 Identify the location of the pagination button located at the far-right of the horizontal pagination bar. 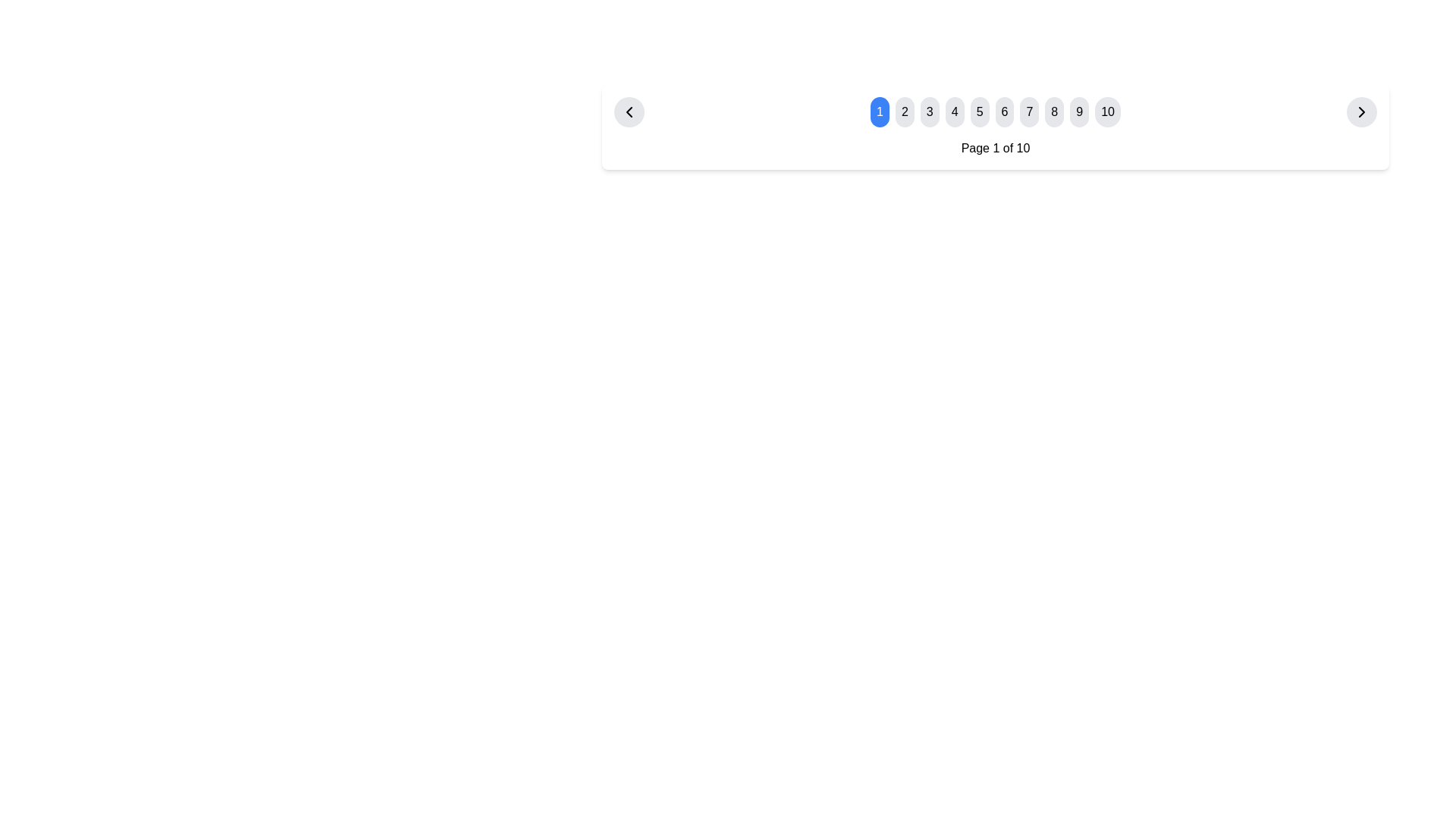
(1361, 111).